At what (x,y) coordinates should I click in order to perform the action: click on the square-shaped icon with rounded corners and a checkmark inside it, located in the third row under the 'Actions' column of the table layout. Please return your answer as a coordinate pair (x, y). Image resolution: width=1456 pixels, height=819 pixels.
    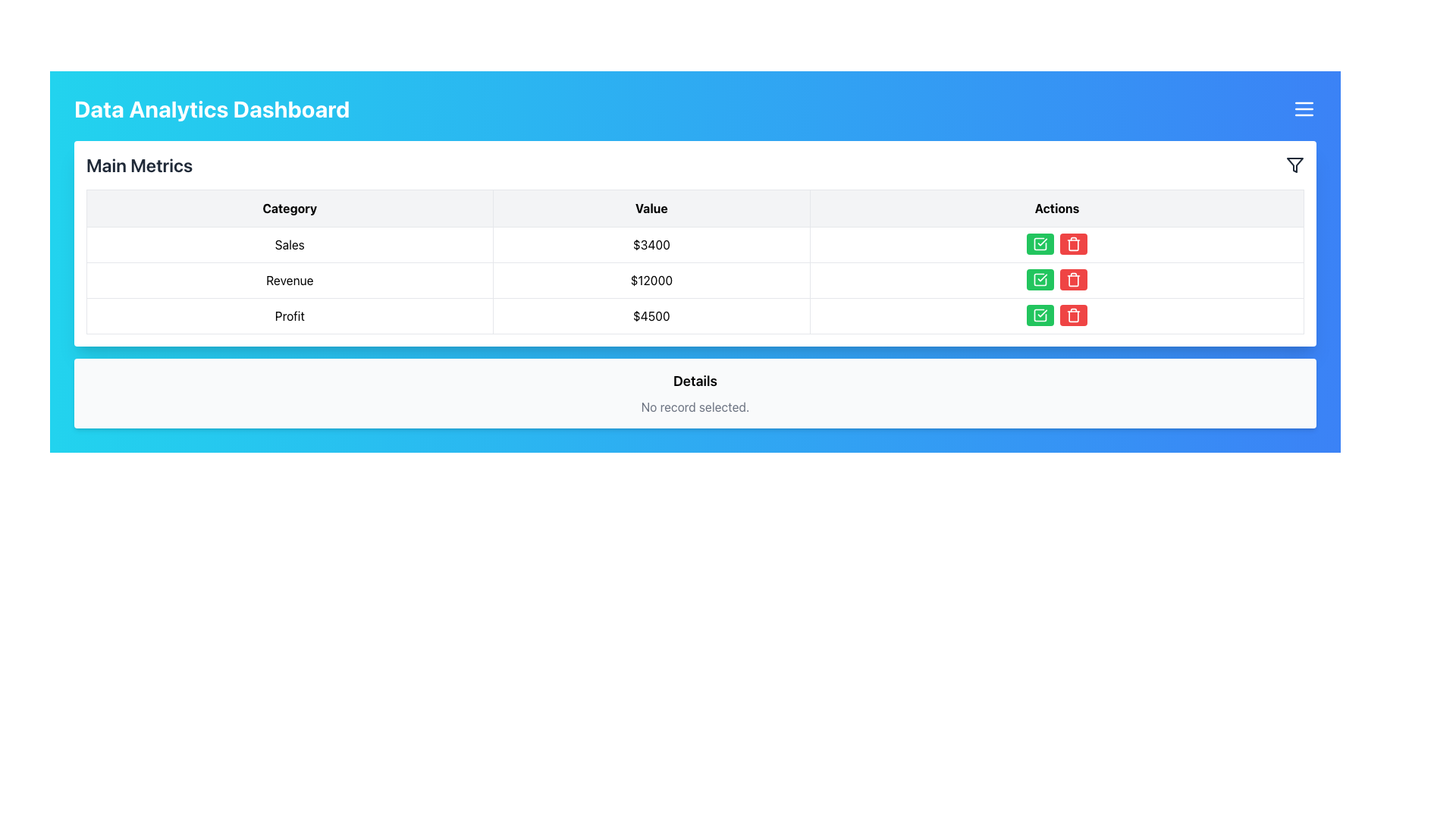
    Looking at the image, I should click on (1040, 280).